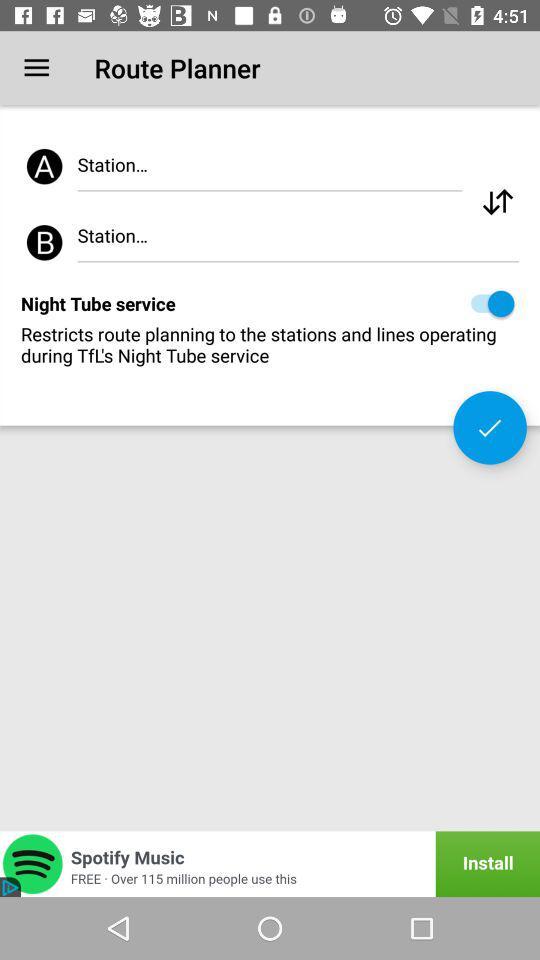  Describe the element at coordinates (489, 427) in the screenshot. I see `the icon on the right` at that location.